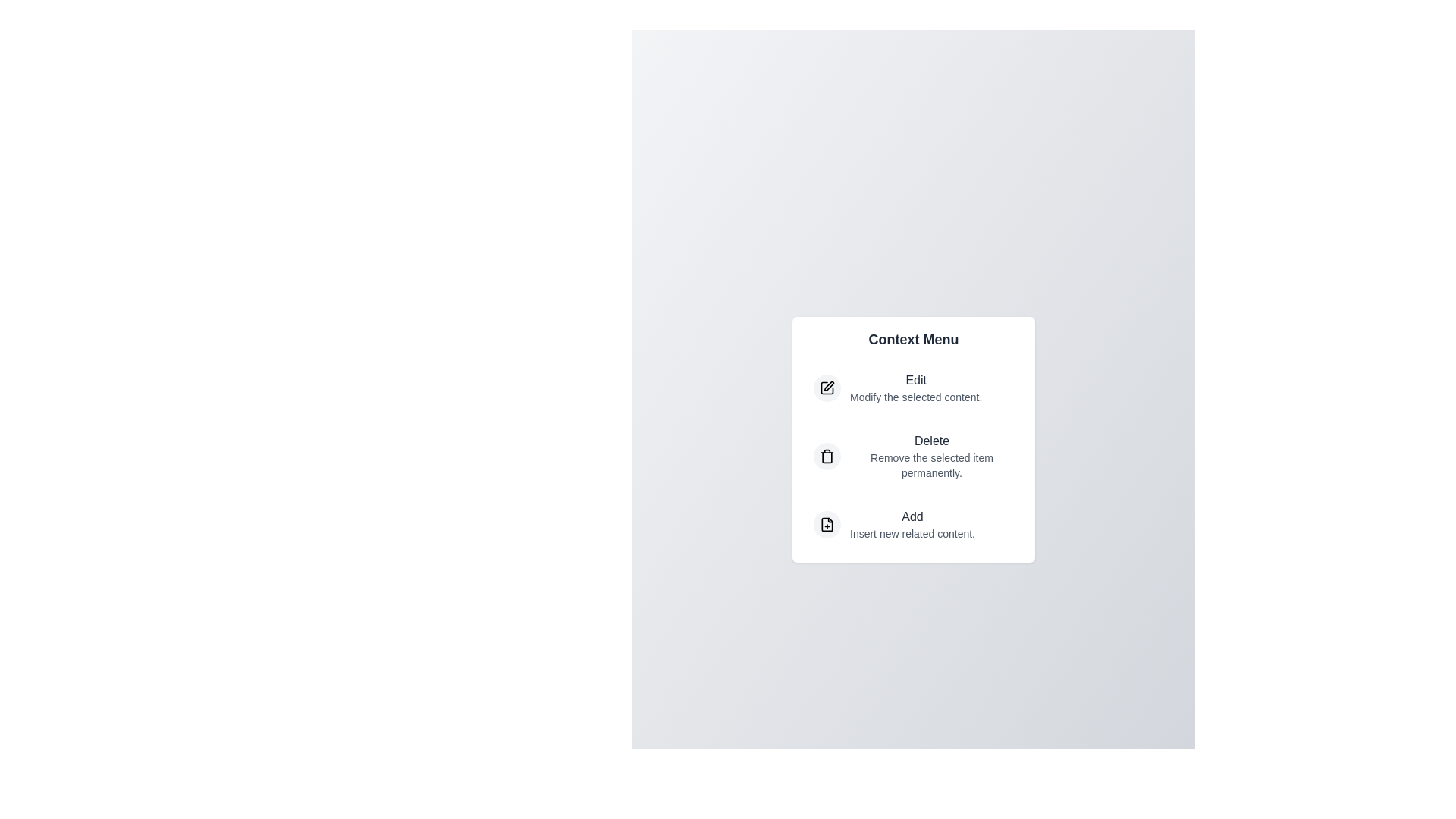  Describe the element at coordinates (912, 523) in the screenshot. I see `the 'Add' option to insert new content` at that location.